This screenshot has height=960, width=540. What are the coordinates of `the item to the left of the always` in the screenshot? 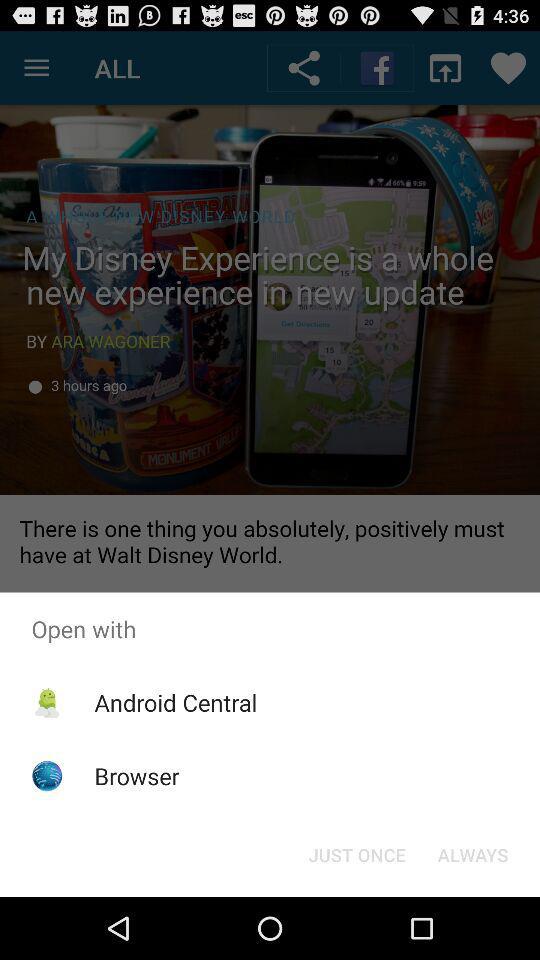 It's located at (356, 853).